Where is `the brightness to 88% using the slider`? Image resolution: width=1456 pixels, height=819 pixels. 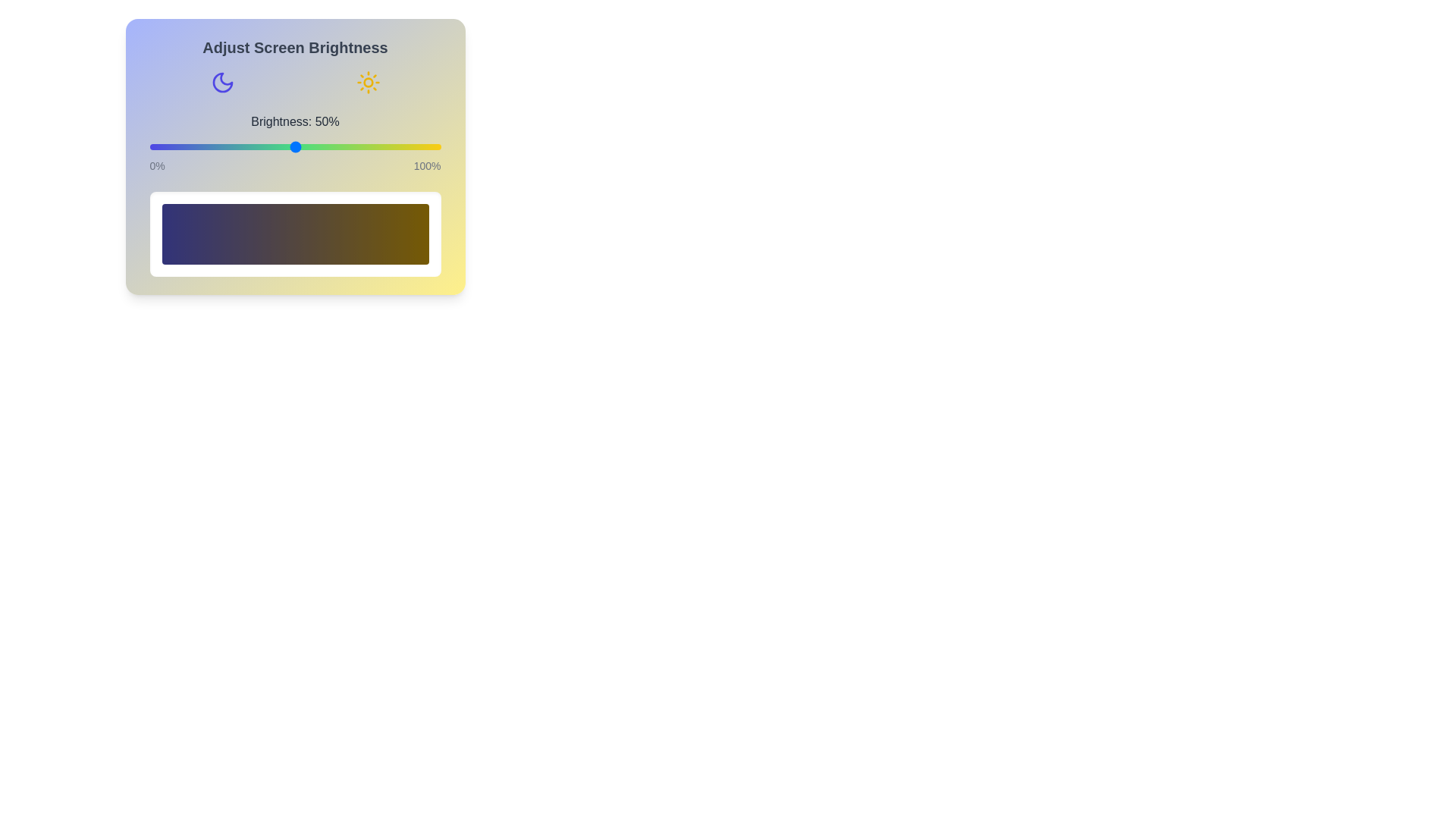 the brightness to 88% using the slider is located at coordinates (406, 146).